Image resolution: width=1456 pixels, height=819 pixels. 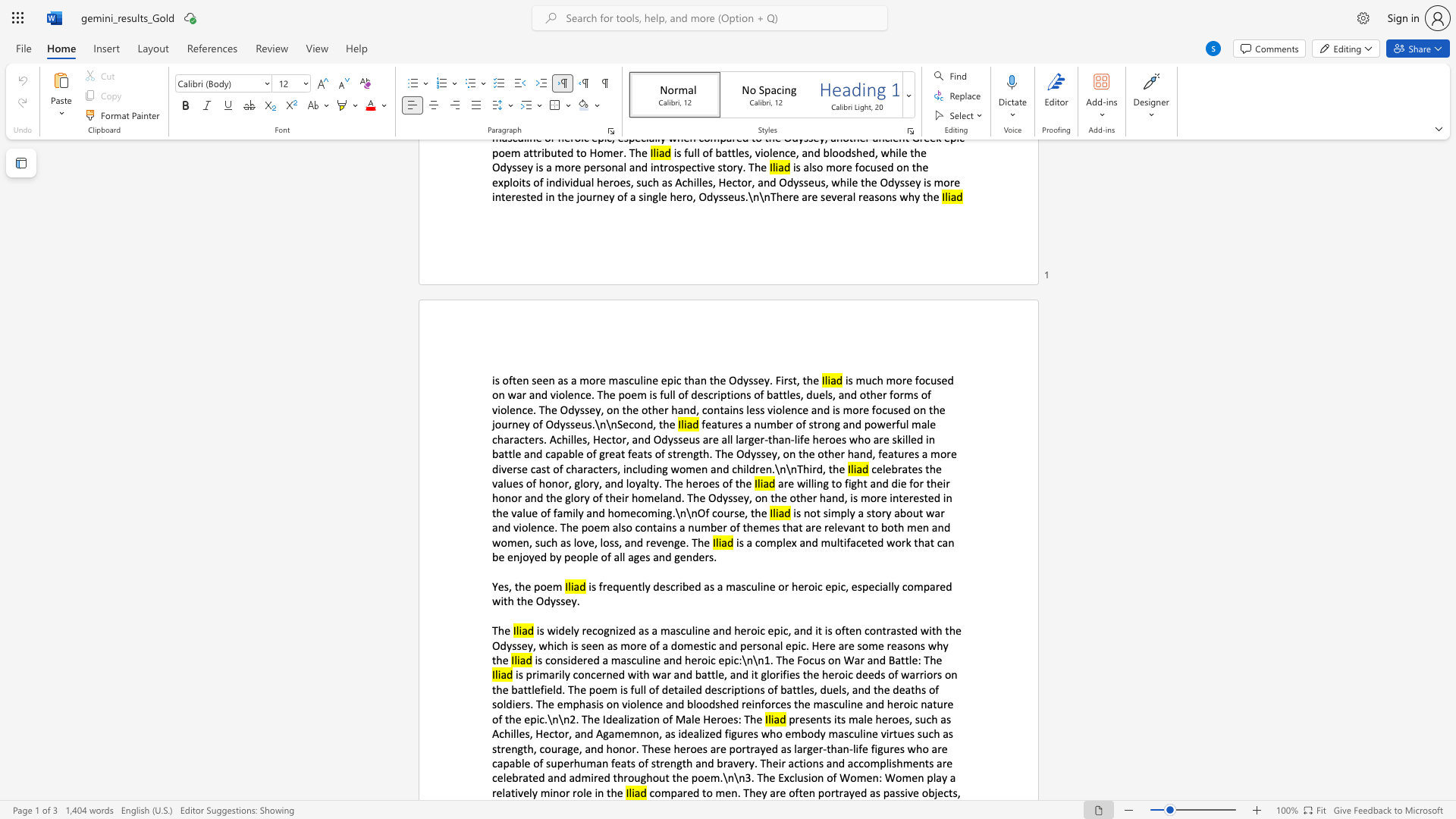 I want to click on the subset text "f Women: Women play a rel" within the text "presents its male heroes, such as Achilles, Hector, and Agamemnon, as idealized figures who embody masculine virtues such as strength, courage, and honor. These heroes are portrayed as larger-than-life figures who are capable of superhuman feats of strength and bravery. Their actions and accomplishments are celebrated and admired throughout the poem.\n\n3. The Exclusion of Women: Women play a relatively minor role in the", so click(x=832, y=777).